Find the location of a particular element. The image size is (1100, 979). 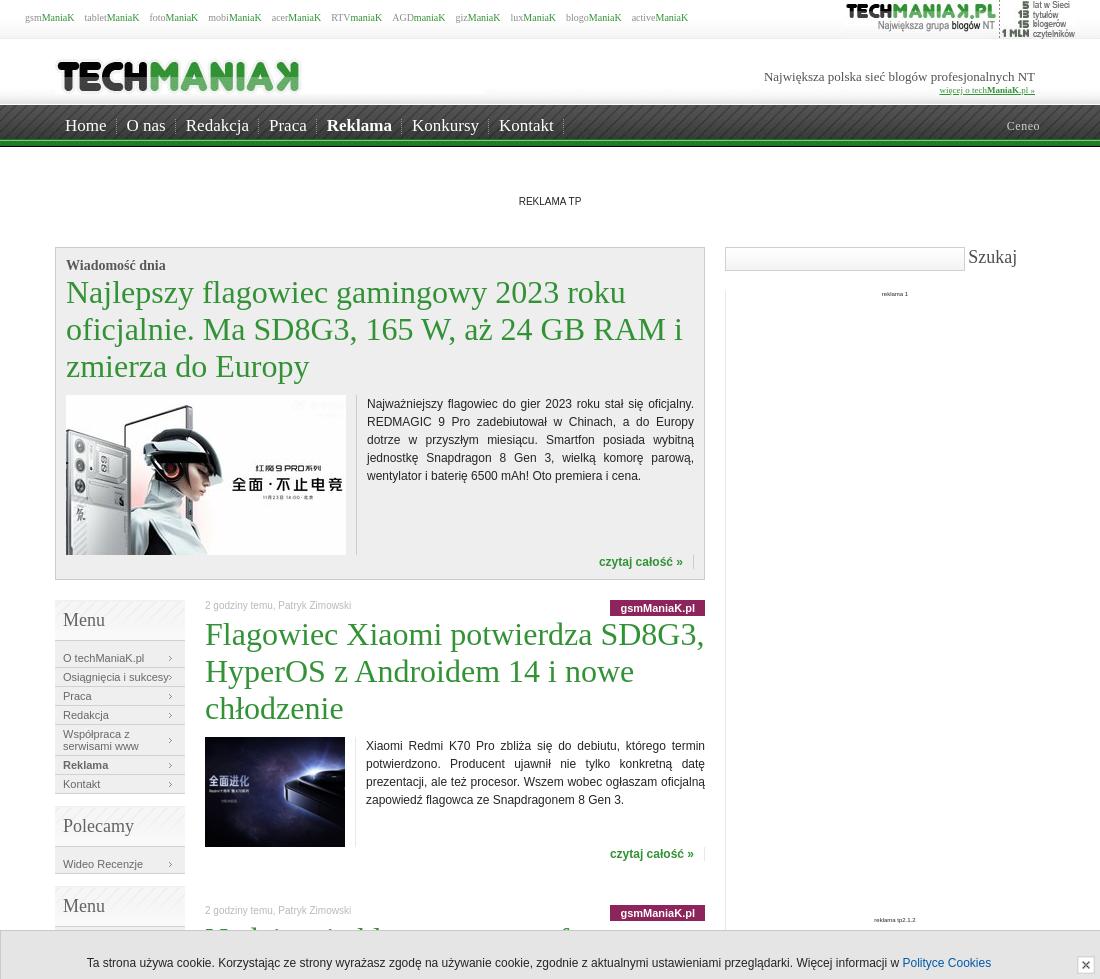

'reklama 1' is located at coordinates (893, 293).